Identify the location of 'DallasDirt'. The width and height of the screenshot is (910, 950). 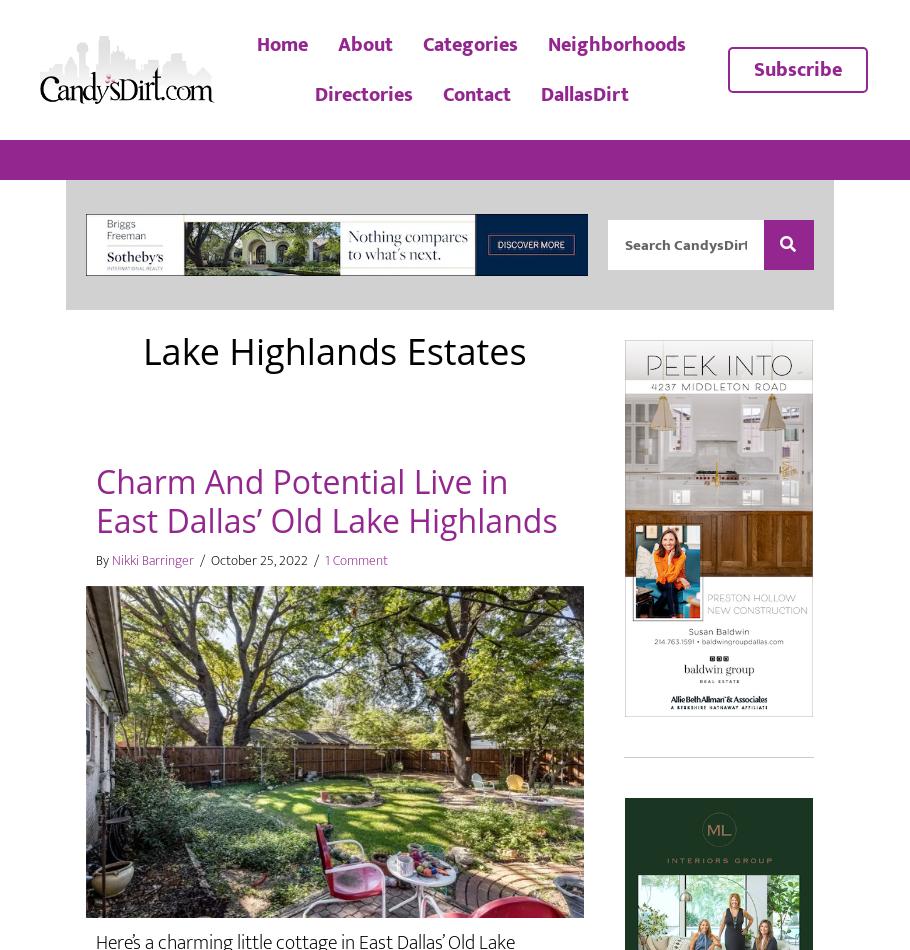
(584, 95).